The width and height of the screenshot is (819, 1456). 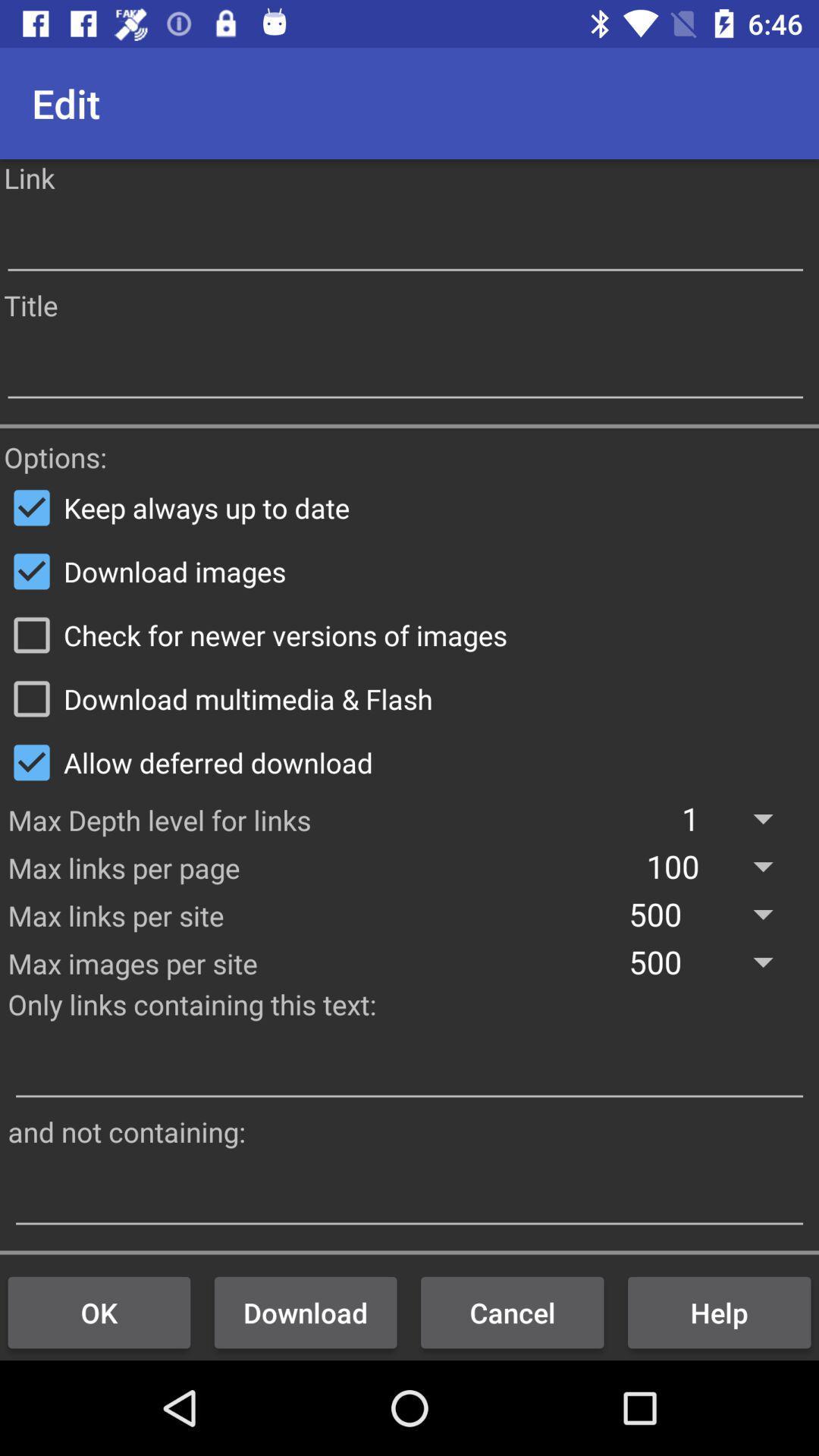 I want to click on included text, so click(x=409, y=1067).